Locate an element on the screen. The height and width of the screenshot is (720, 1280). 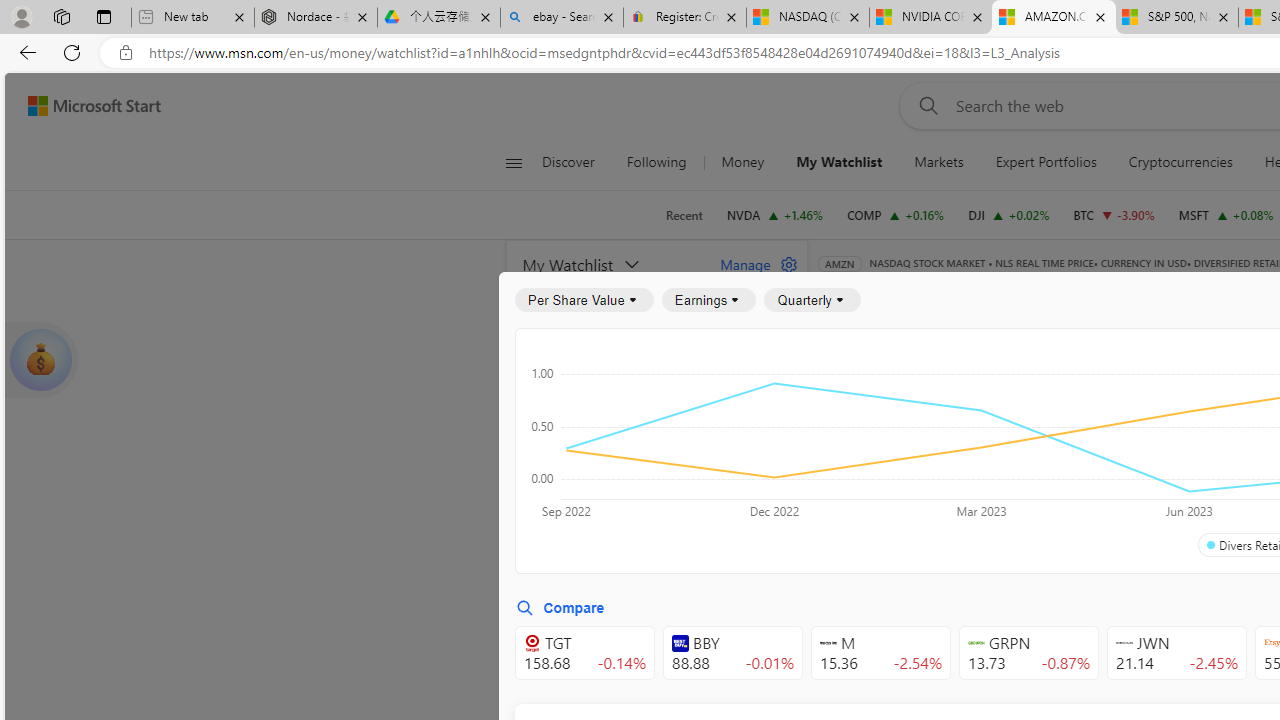
'Earnings' is located at coordinates (708, 300).